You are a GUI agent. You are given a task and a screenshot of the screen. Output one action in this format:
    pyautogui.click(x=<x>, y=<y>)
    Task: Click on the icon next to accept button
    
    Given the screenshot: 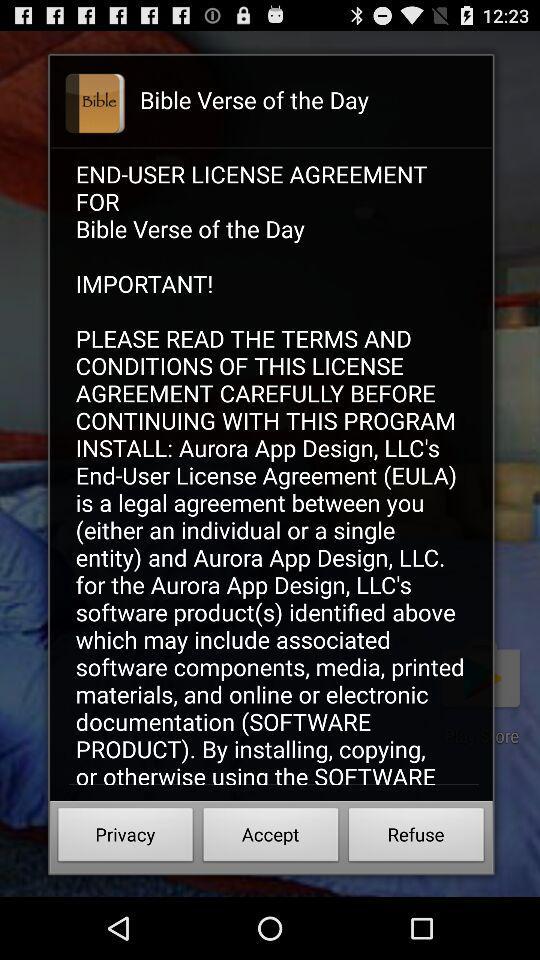 What is the action you would take?
    pyautogui.click(x=125, y=837)
    